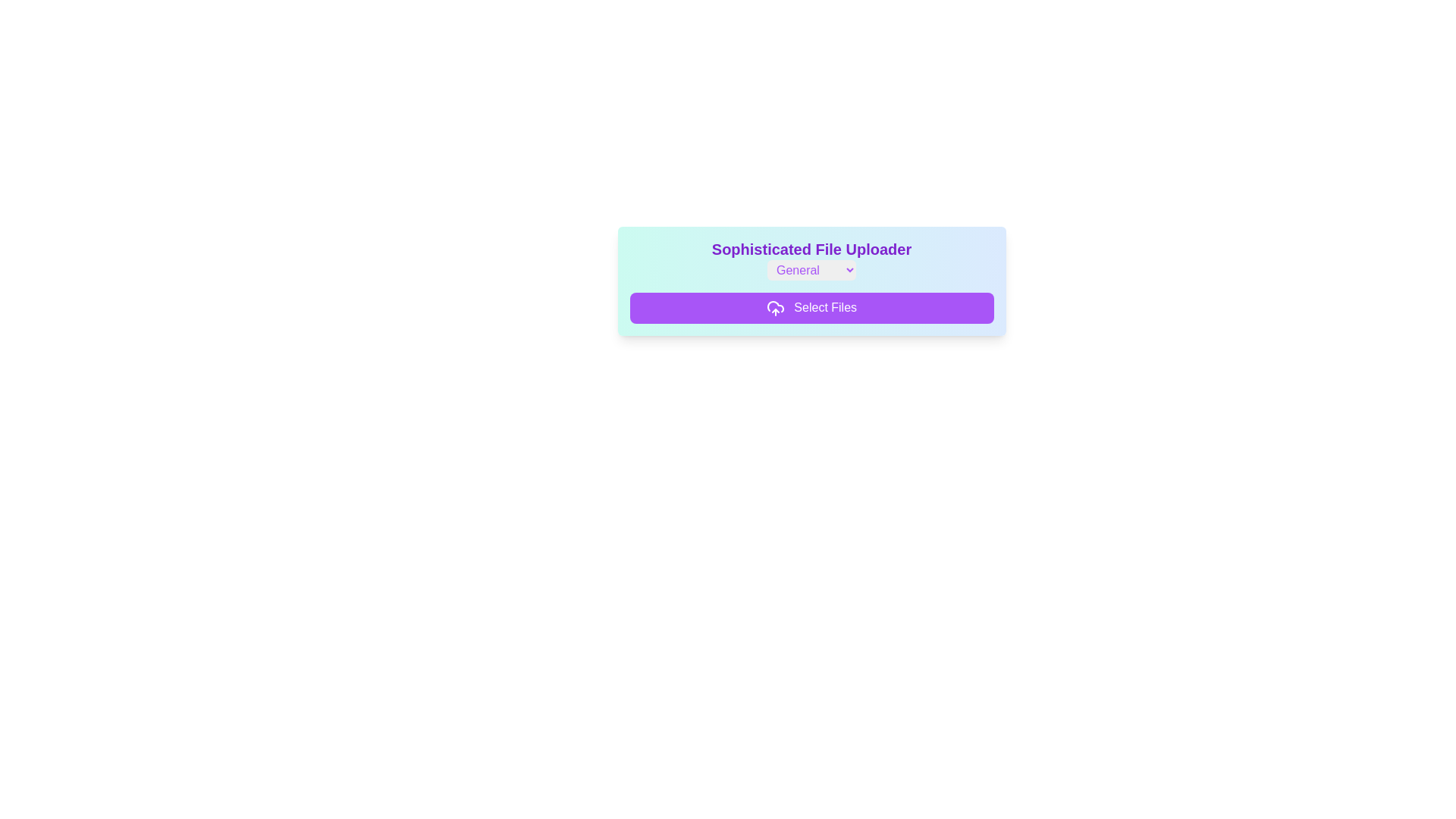  Describe the element at coordinates (811, 307) in the screenshot. I see `the 'Select Files' button, which has a purple background, white text, and a cloud upload icon` at that location.